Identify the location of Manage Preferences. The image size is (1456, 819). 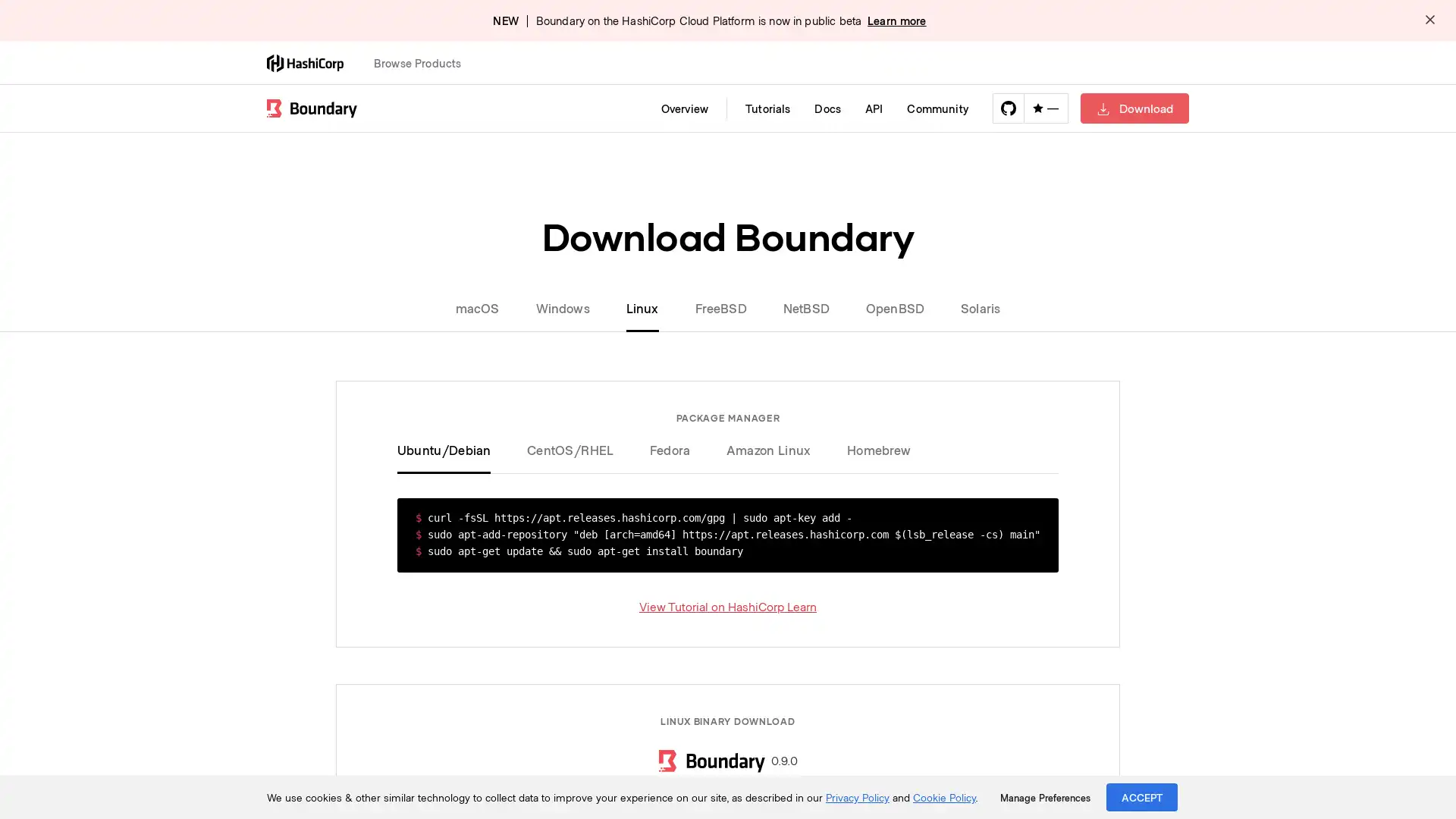
(1044, 797).